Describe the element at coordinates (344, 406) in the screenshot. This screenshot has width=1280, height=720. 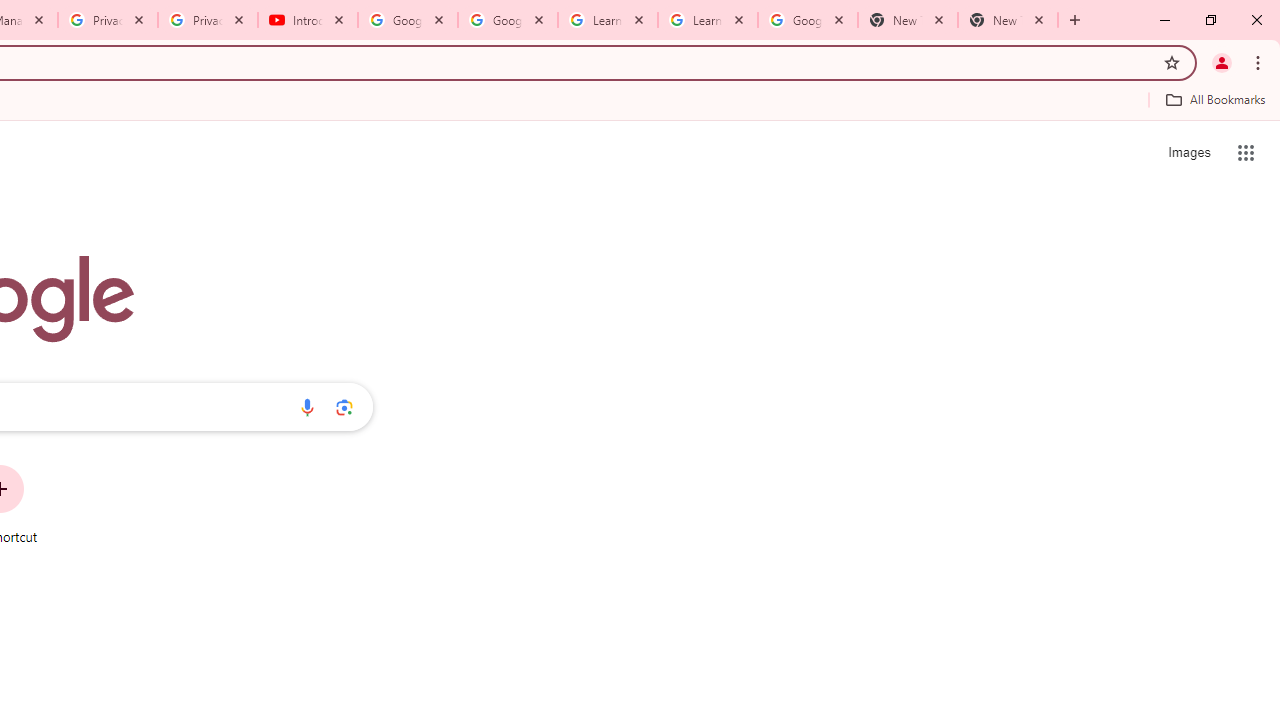
I see `'Search by image'` at that location.